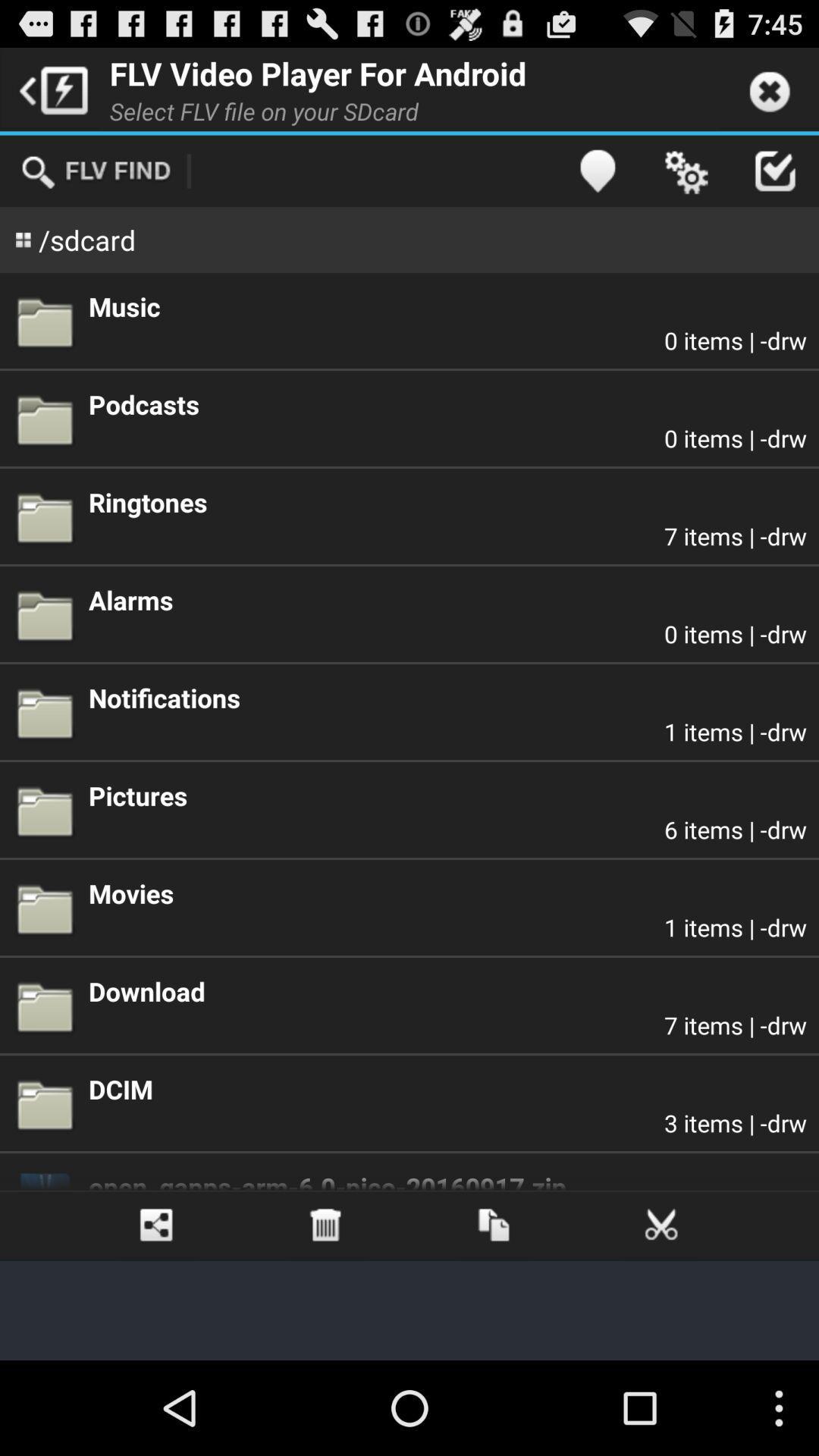 This screenshot has height=1456, width=819. I want to click on dcim, so click(447, 1088).